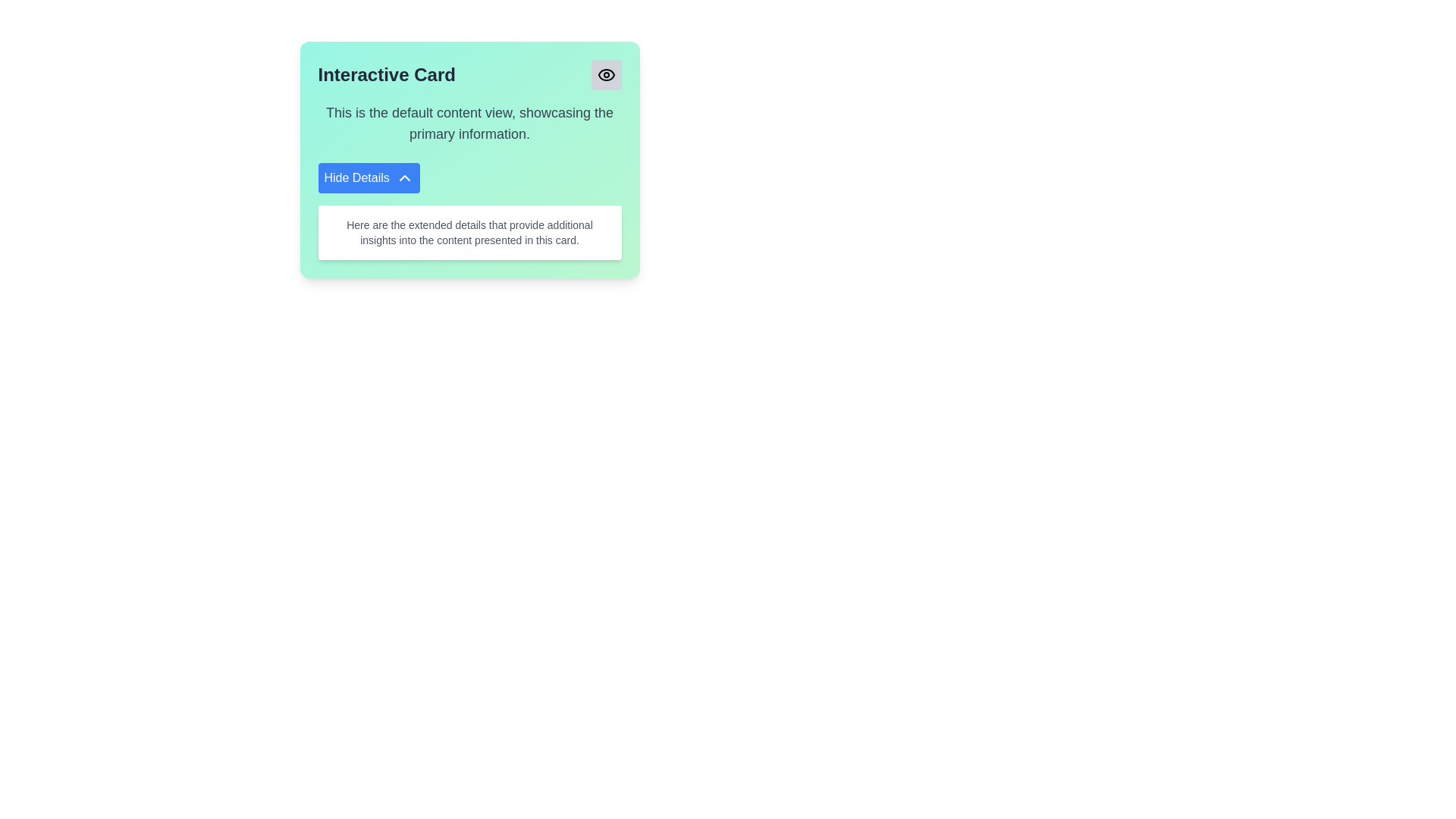  I want to click on the visibility icon located in the top-right corner of the 'Interactive Card' box, which has a light gray background and rounded corners, so click(605, 75).